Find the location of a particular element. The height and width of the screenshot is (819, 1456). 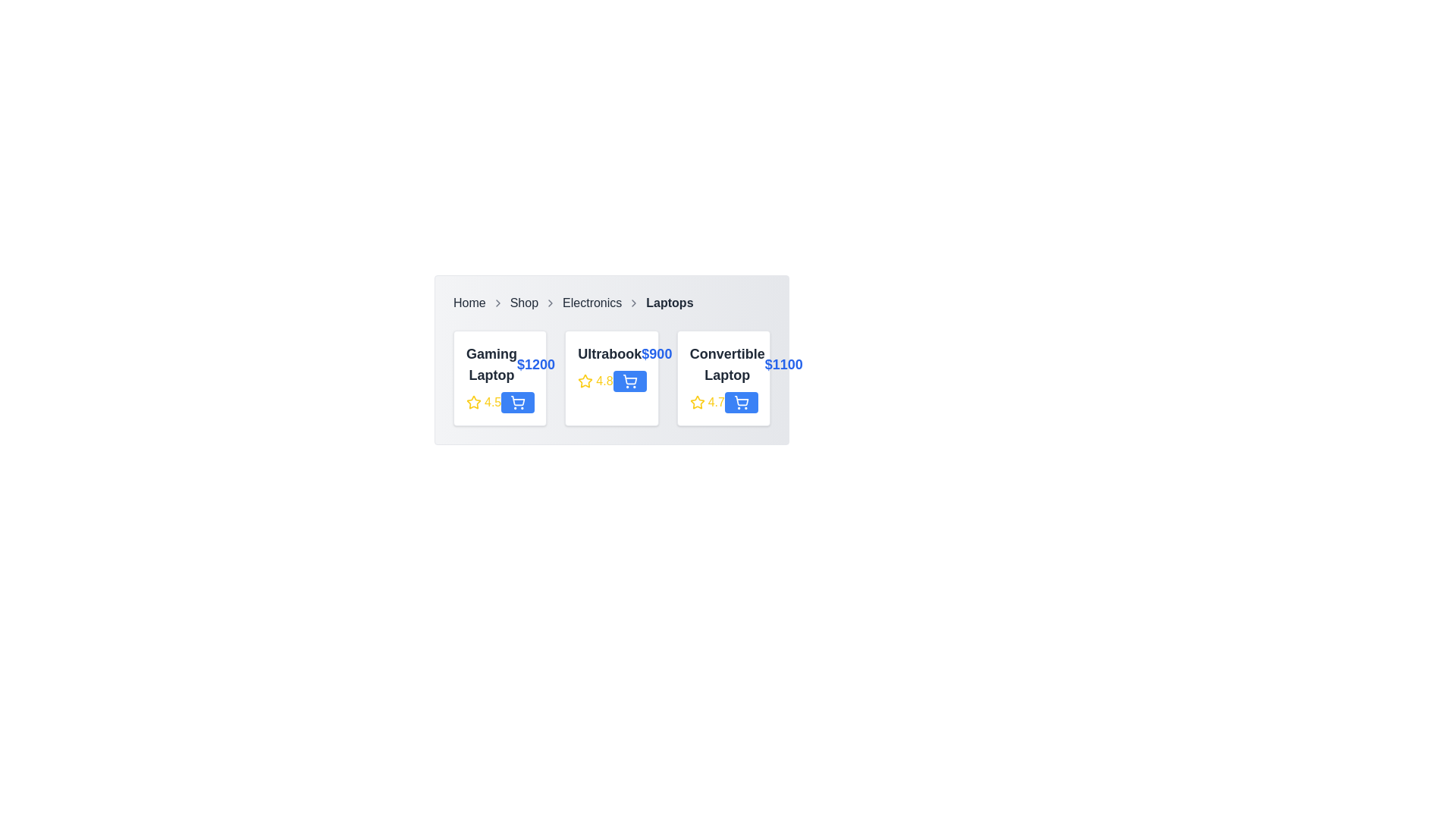

the non-interactive Breadcrumb link displaying 'Laptops', which is styled in bold dark font and is the last item in the breadcrumb navigation is located at coordinates (669, 303).